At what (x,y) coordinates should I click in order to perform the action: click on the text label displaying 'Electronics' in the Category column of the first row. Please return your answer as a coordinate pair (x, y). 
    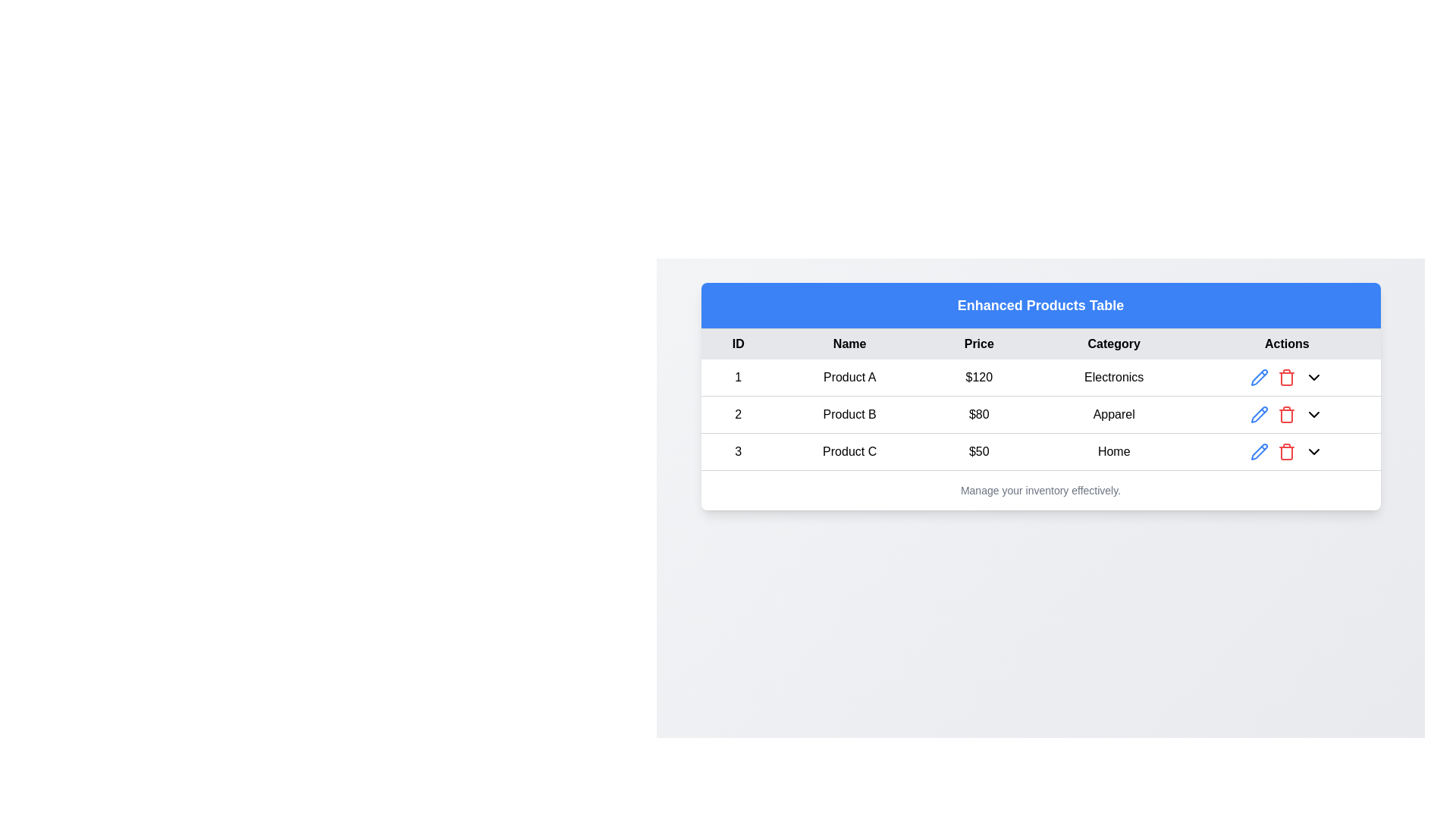
    Looking at the image, I should click on (1114, 377).